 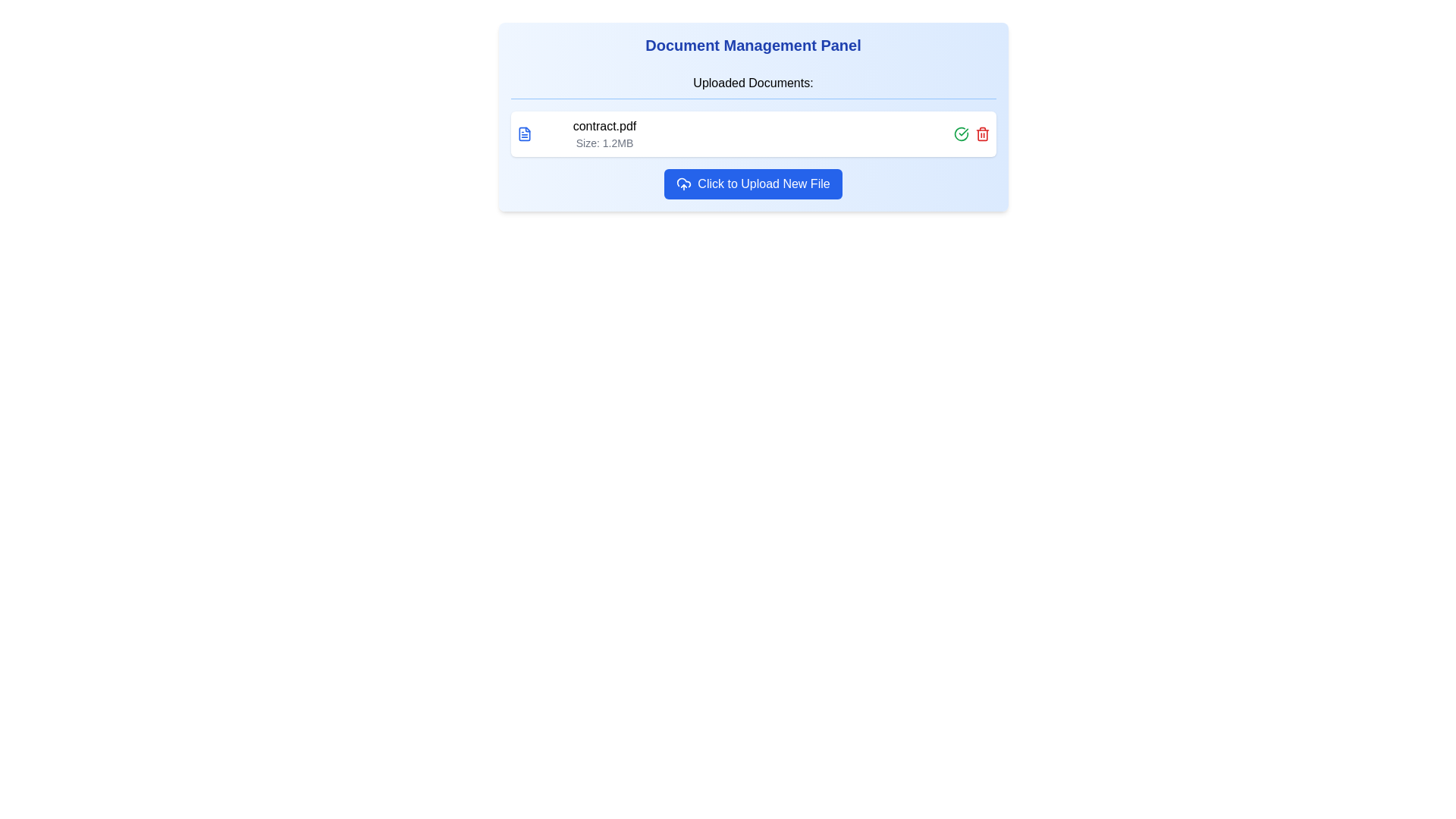 What do you see at coordinates (753, 184) in the screenshot?
I see `the button labeled 'Click to Upload New File' with a blue background and white text` at bounding box center [753, 184].